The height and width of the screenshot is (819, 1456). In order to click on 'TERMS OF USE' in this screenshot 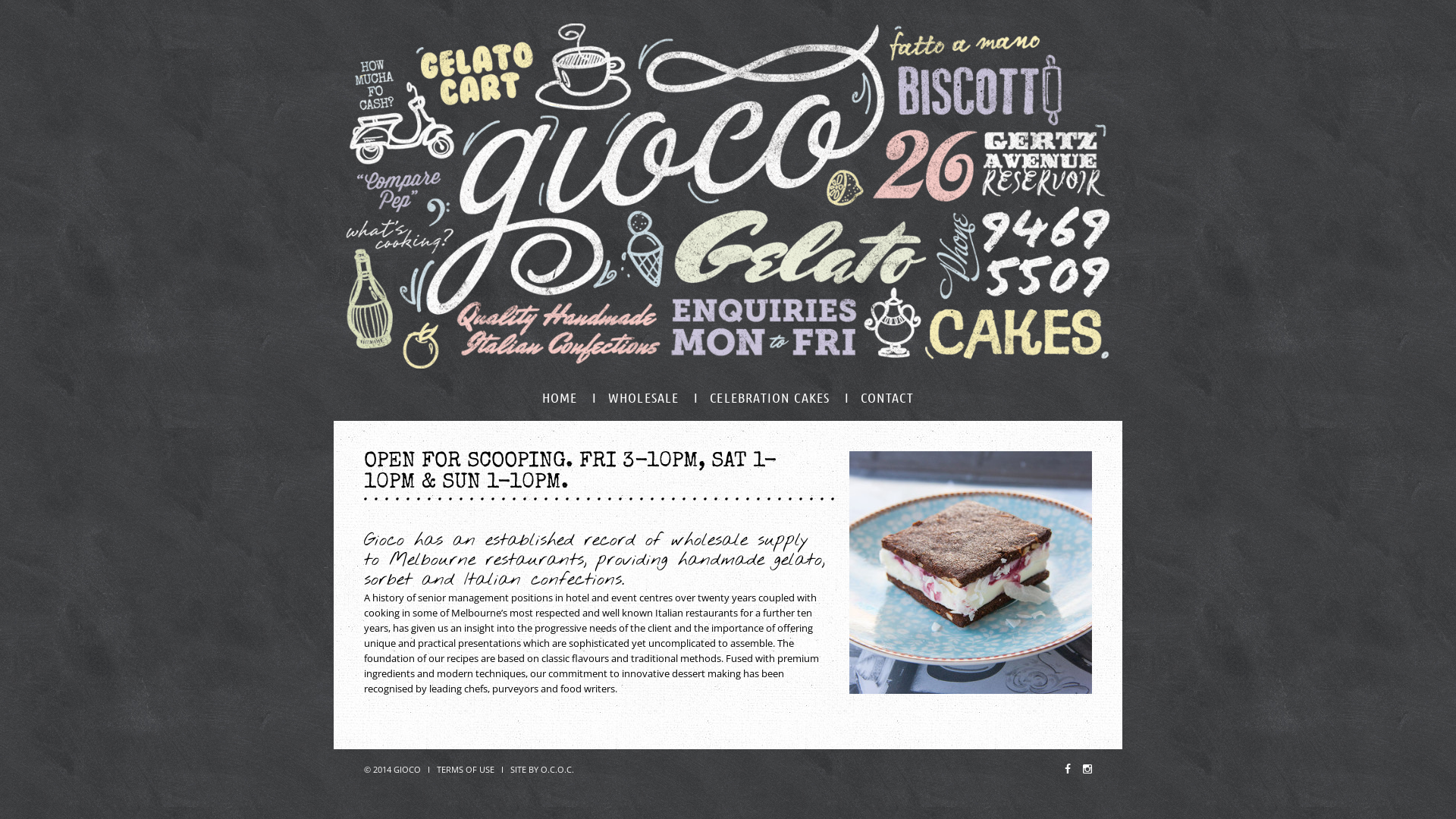, I will do `click(436, 769)`.